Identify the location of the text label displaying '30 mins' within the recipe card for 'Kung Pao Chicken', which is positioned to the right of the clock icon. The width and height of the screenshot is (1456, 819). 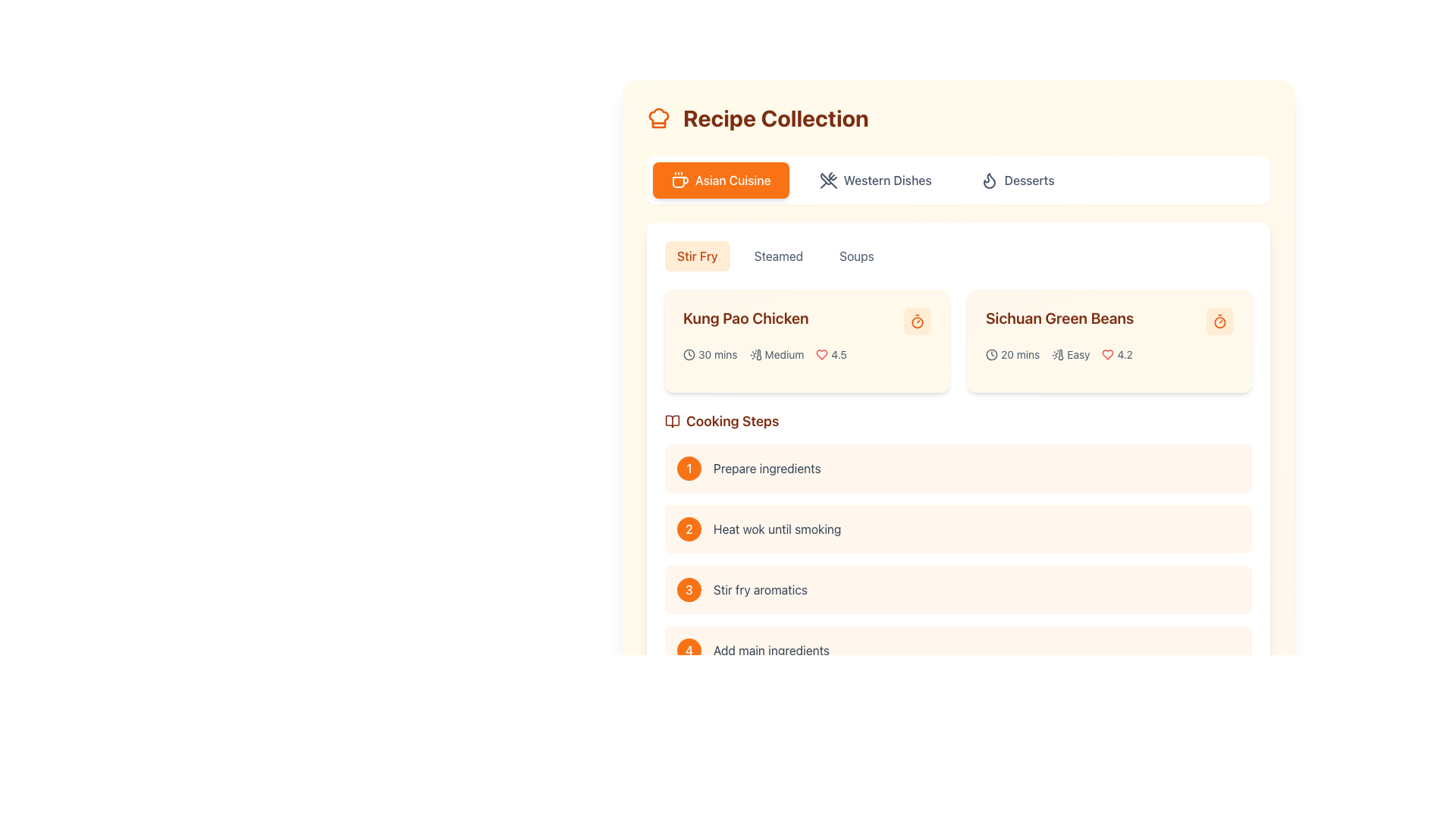
(717, 354).